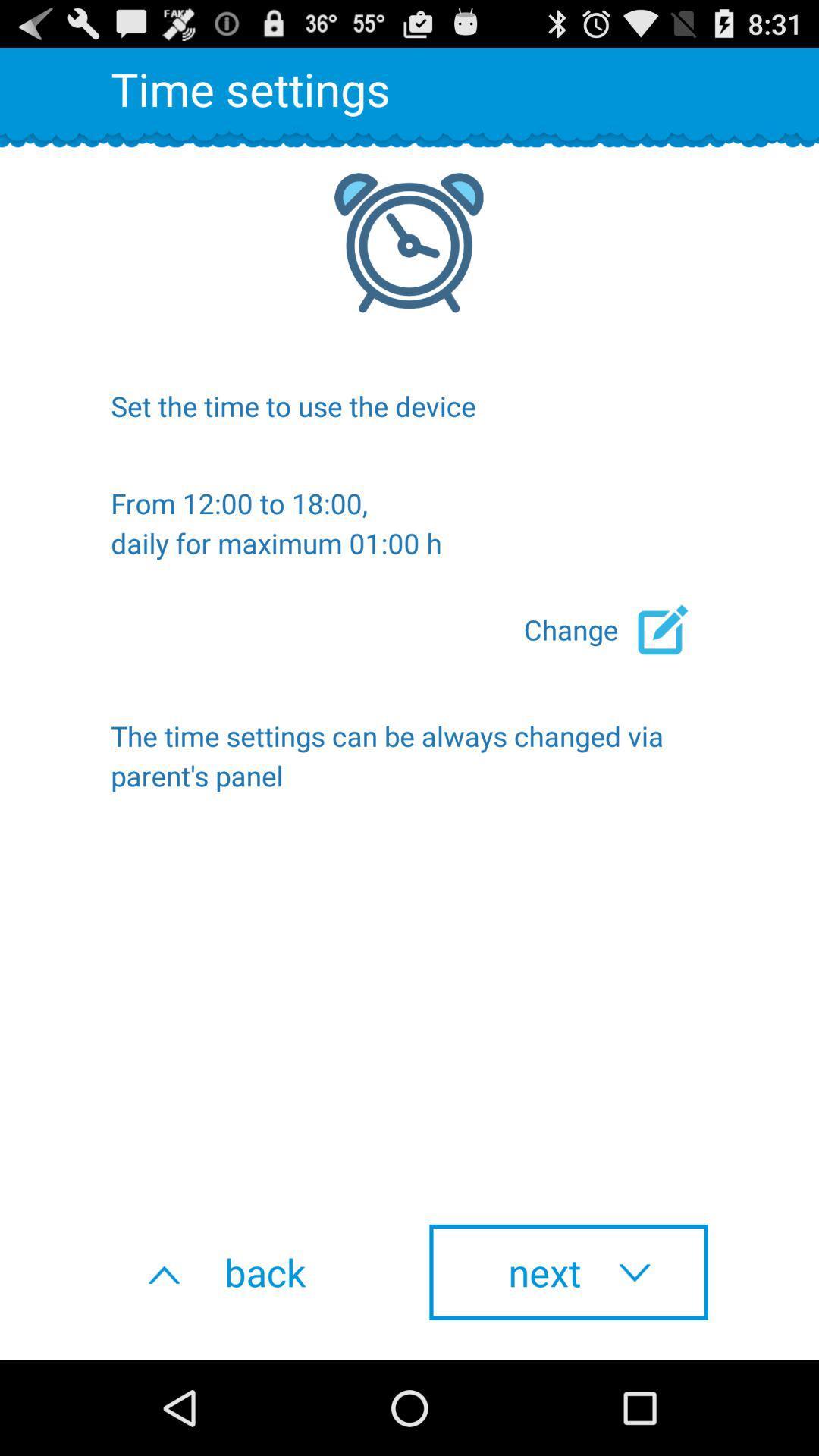 The width and height of the screenshot is (819, 1456). I want to click on the icon on the right, so click(616, 629).